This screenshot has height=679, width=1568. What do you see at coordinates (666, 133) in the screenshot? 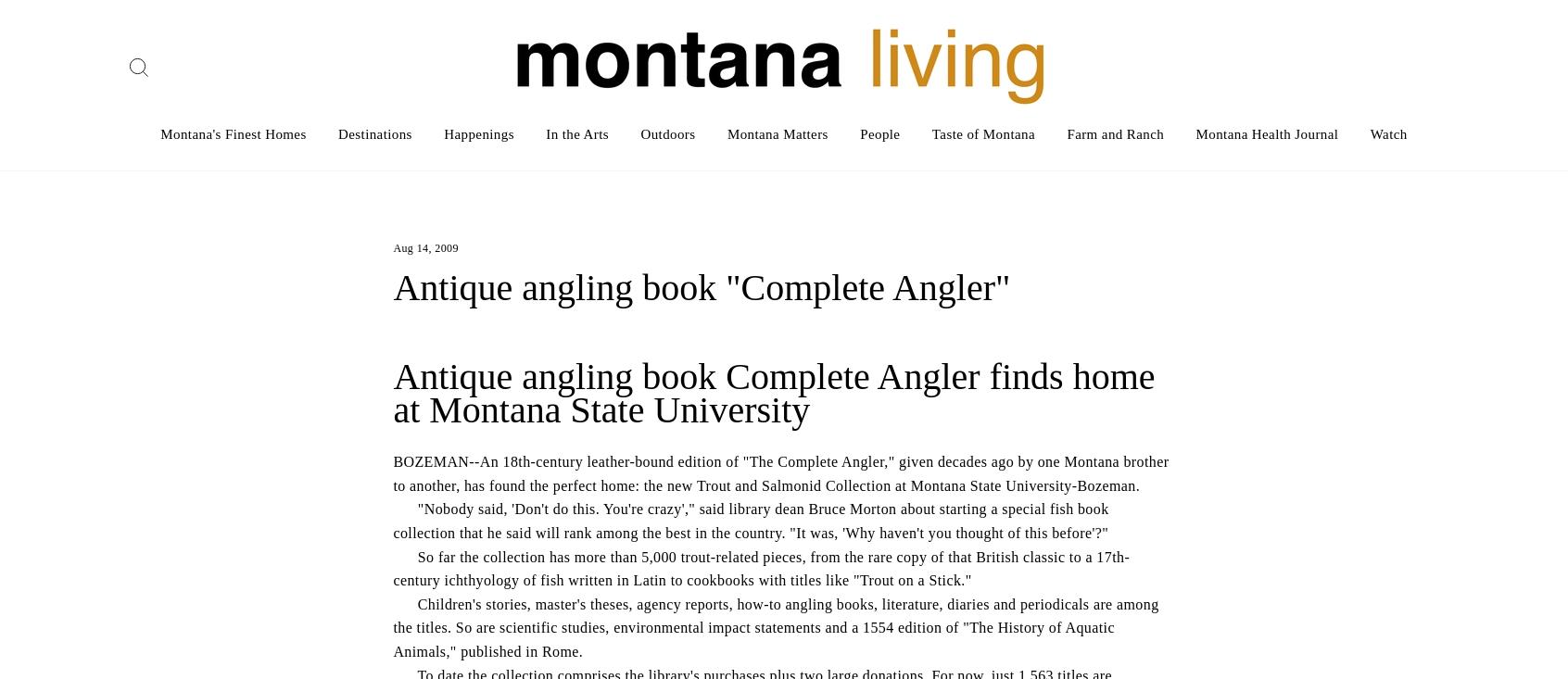
I see `'Outdoors'` at bounding box center [666, 133].